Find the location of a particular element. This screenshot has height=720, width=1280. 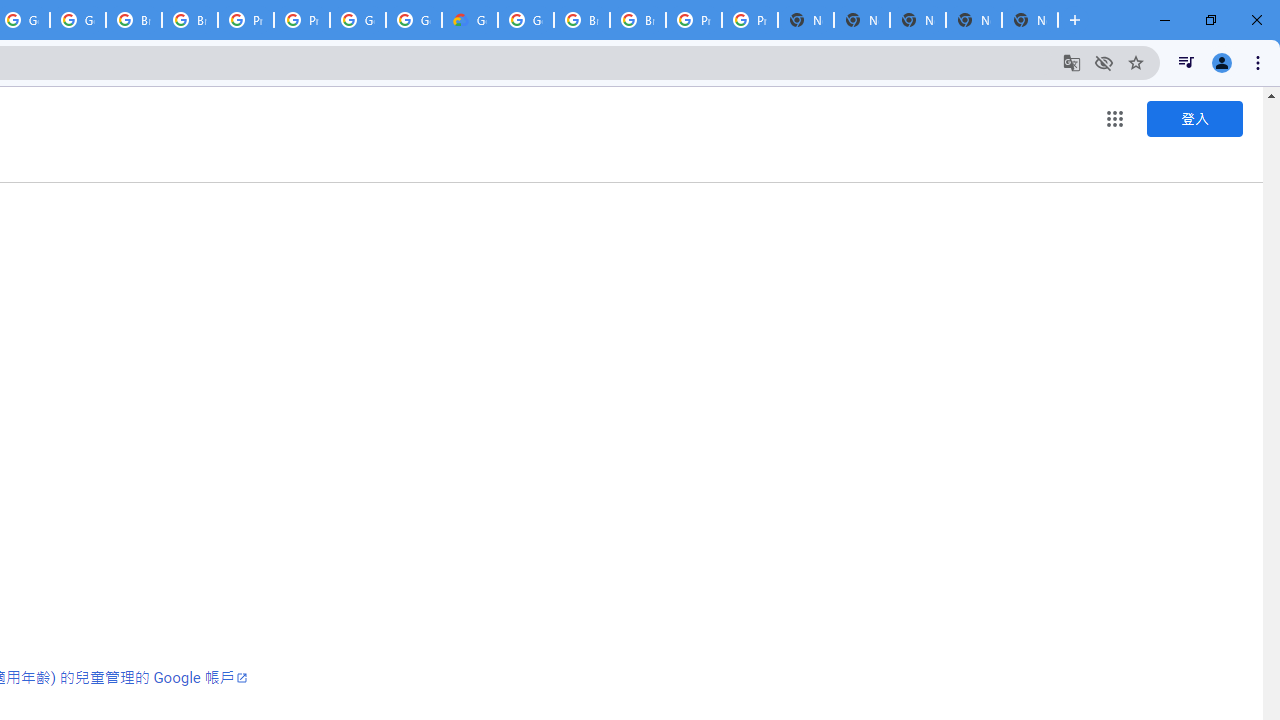

'Google Cloud Estimate Summary' is located at coordinates (468, 20).